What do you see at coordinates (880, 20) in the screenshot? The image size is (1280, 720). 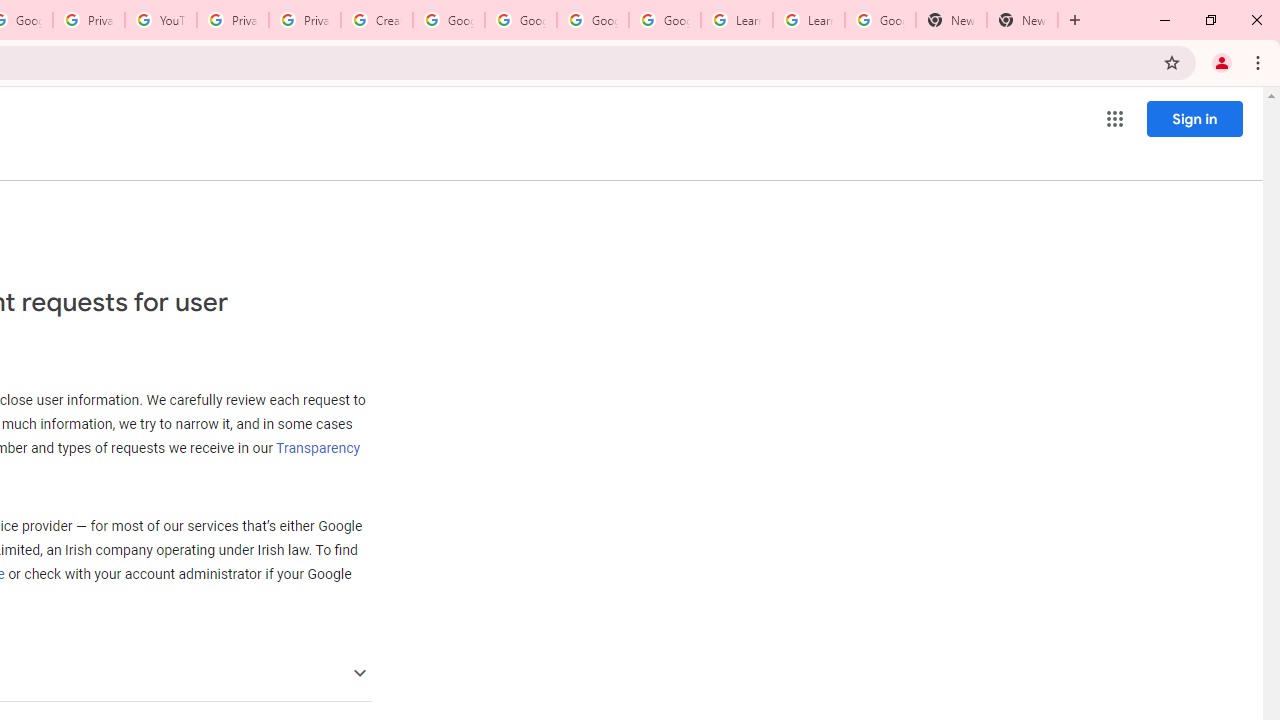 I see `'Google Account'` at bounding box center [880, 20].